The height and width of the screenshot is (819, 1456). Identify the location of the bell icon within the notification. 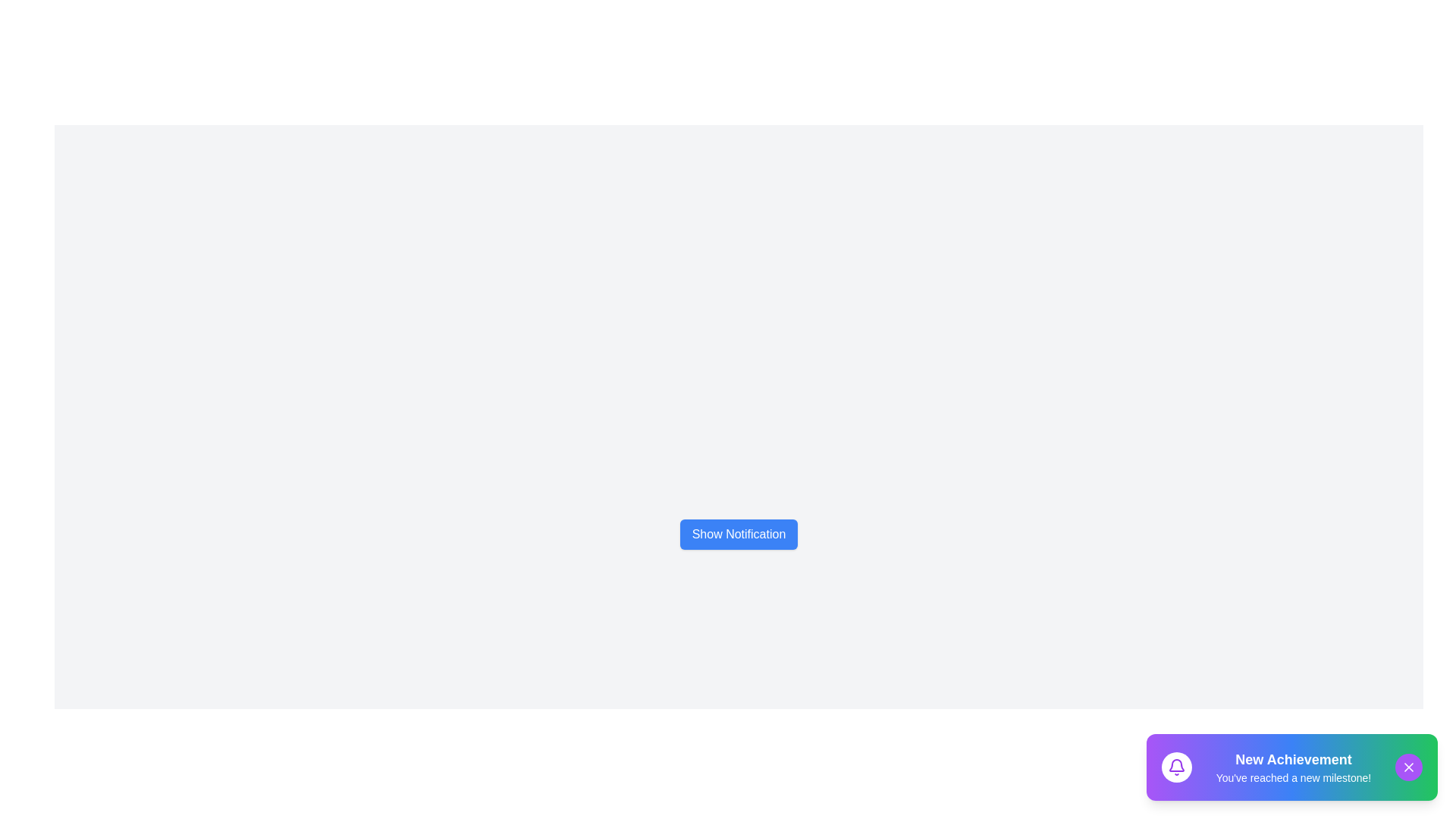
(1175, 767).